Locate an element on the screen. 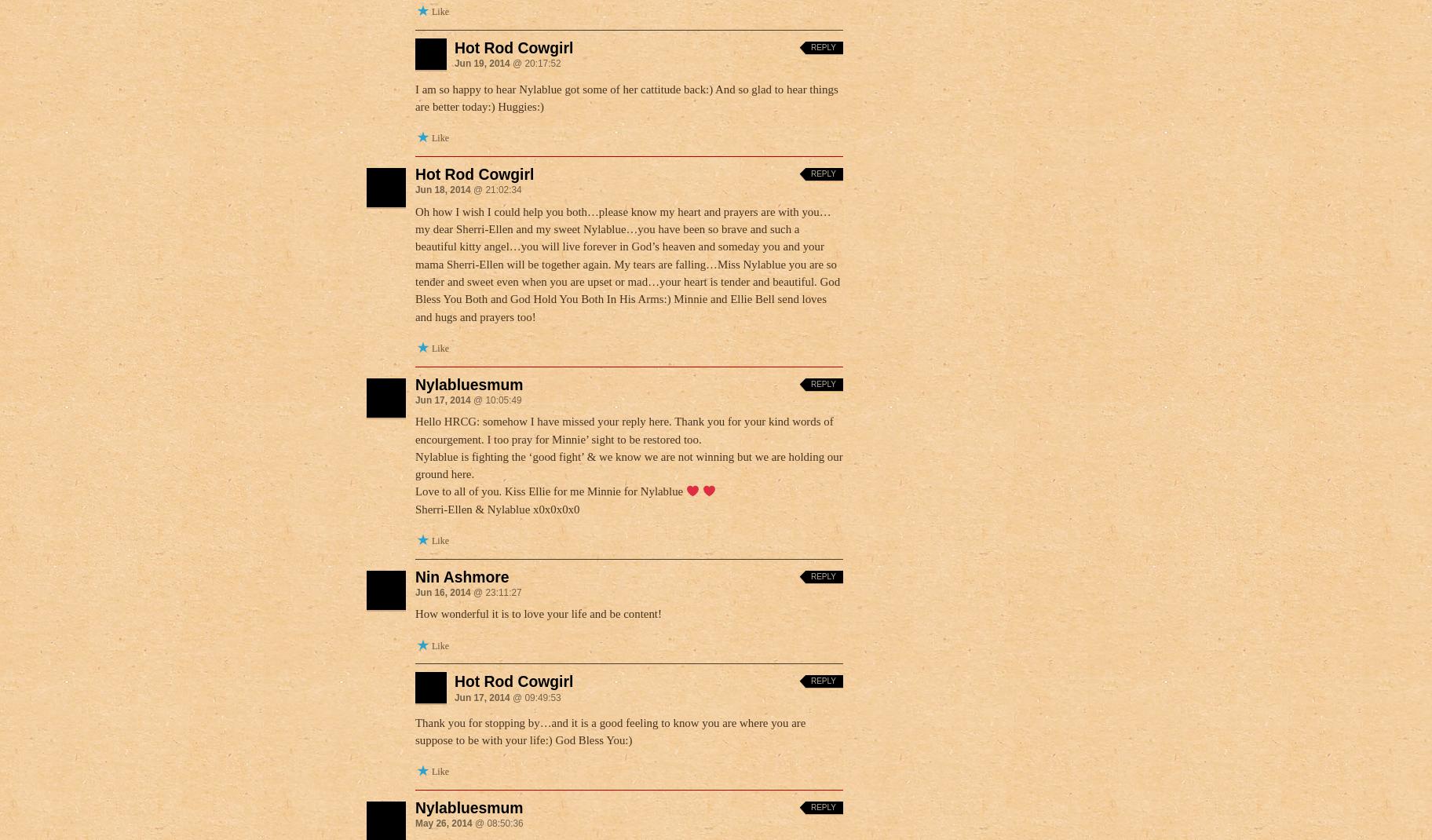 Image resolution: width=1432 pixels, height=840 pixels. 'I am so happy to hear Nylablue got some of her cattitude back:) And so glad to hear things are better today:) Huggies:)' is located at coordinates (626, 97).